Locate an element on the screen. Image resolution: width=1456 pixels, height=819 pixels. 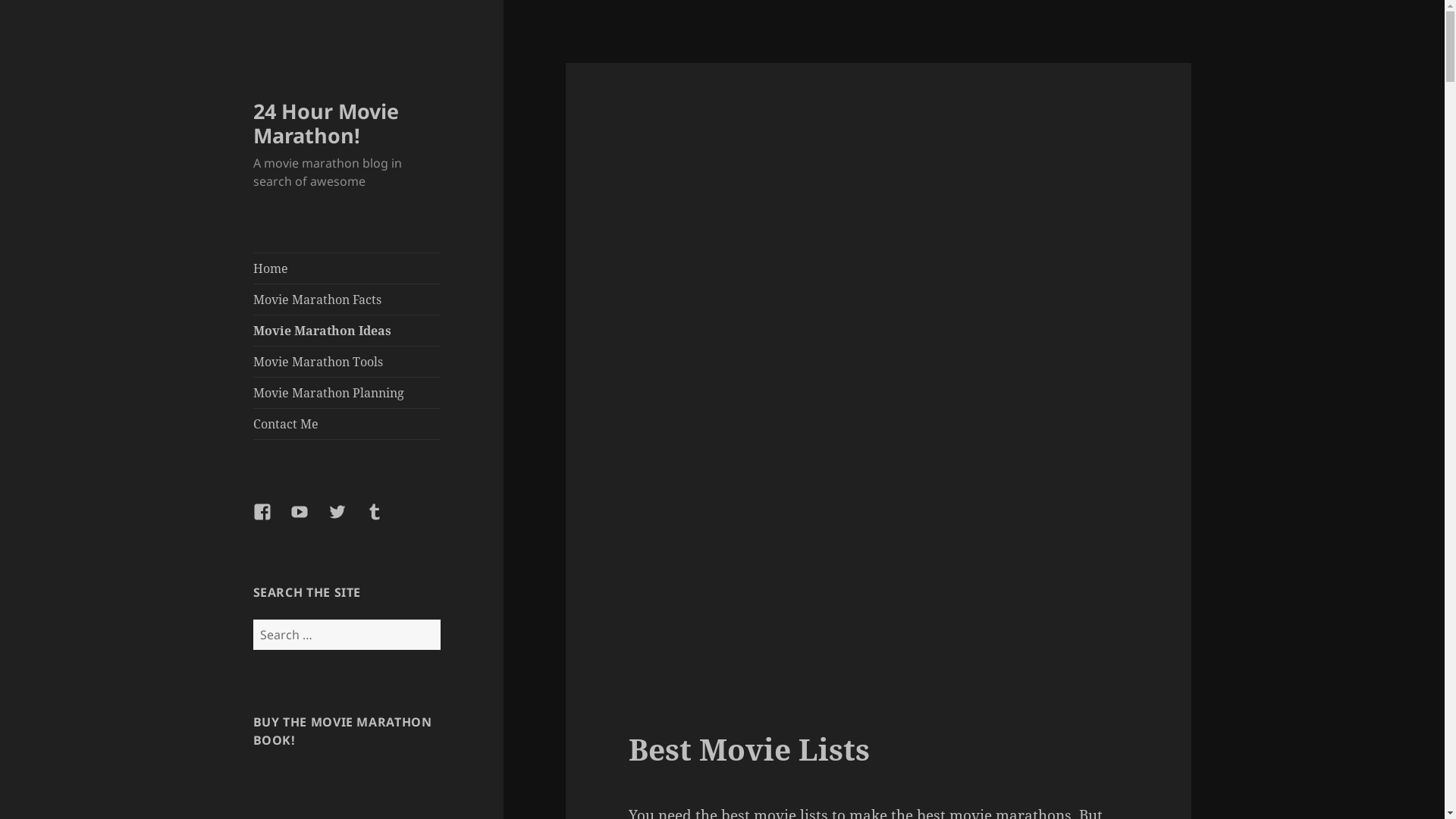
'24 Hour Movie Marathon!' is located at coordinates (253, 122).